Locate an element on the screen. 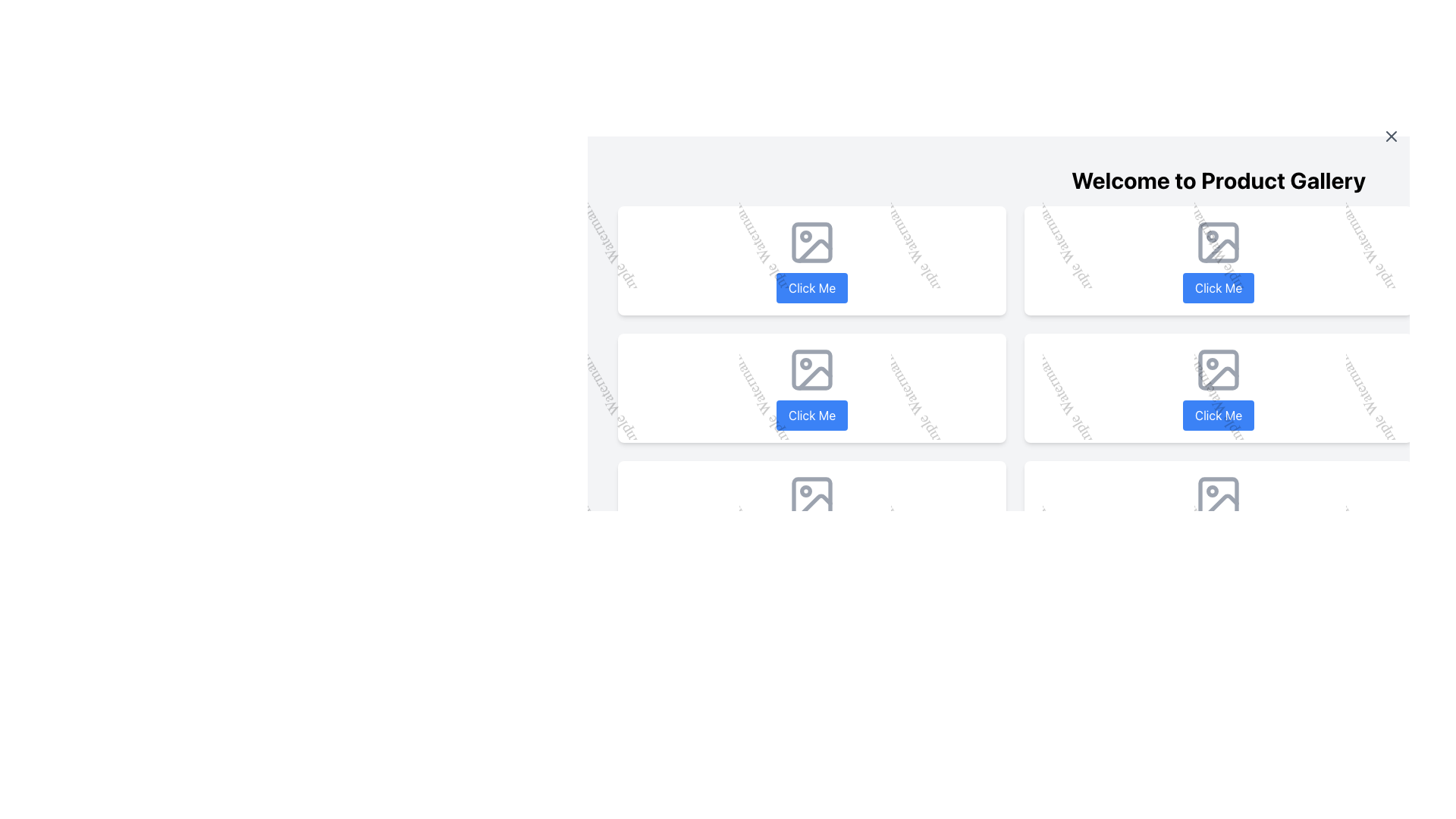 The image size is (1456, 819). the Image Placeholder Icon, which is a circular icon with a gray outline located in the upper portion of a card in the top right corner of the grid is located at coordinates (1219, 242).